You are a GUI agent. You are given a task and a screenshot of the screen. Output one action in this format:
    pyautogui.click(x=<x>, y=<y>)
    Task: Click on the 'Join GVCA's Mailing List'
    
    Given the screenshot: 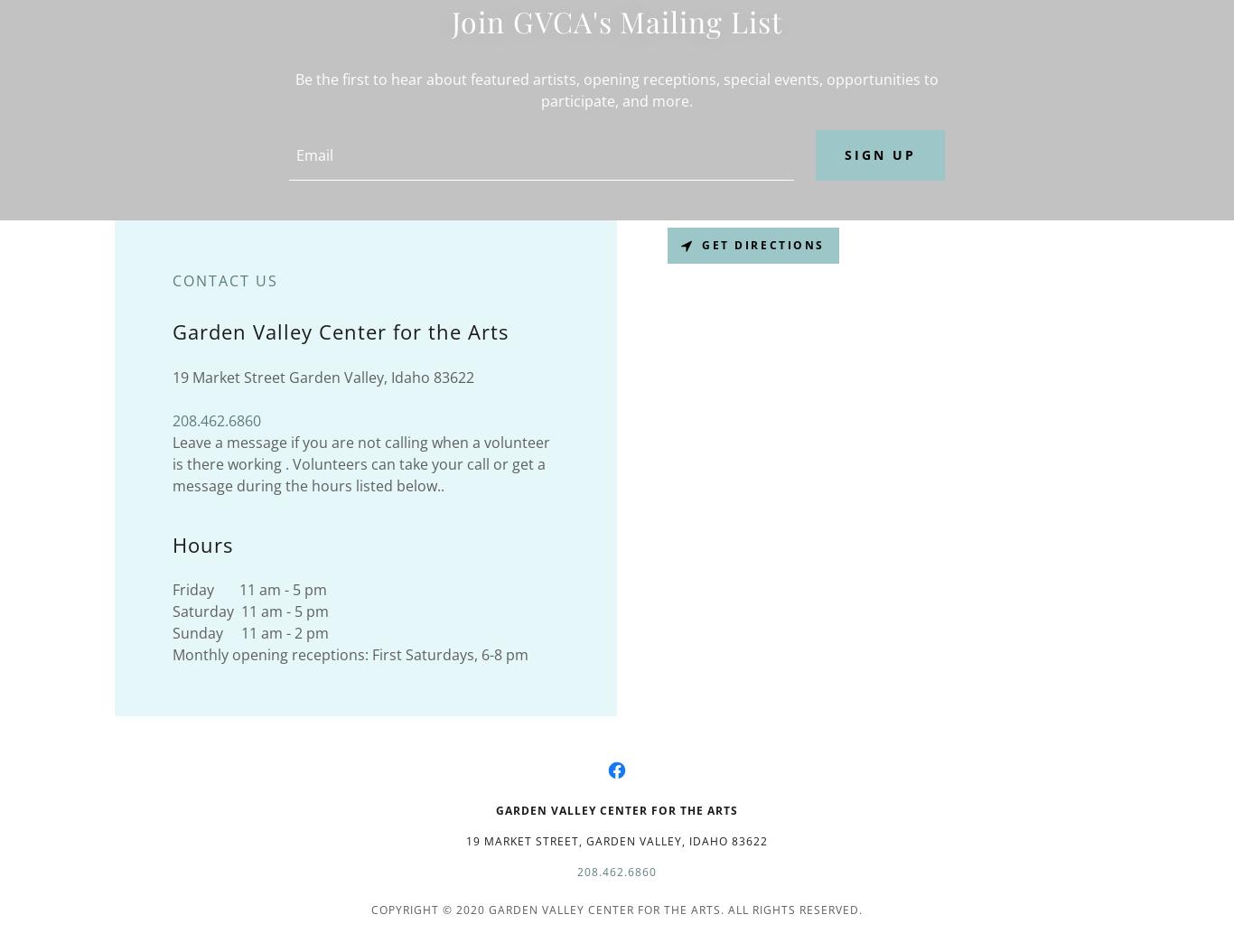 What is the action you would take?
    pyautogui.click(x=615, y=20)
    